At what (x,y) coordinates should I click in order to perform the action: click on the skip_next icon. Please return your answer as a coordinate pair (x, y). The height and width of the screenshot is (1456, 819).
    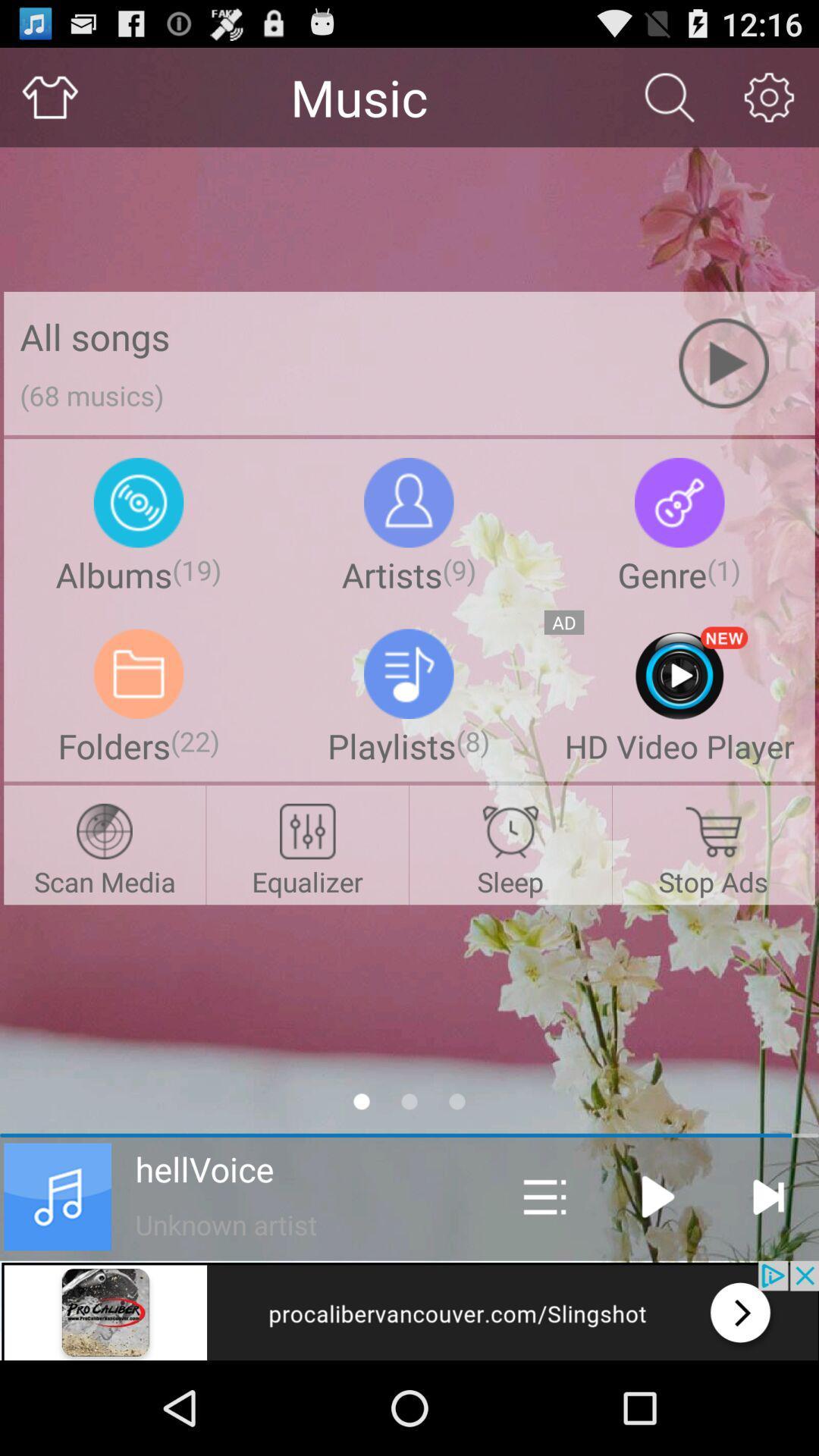
    Looking at the image, I should click on (767, 1280).